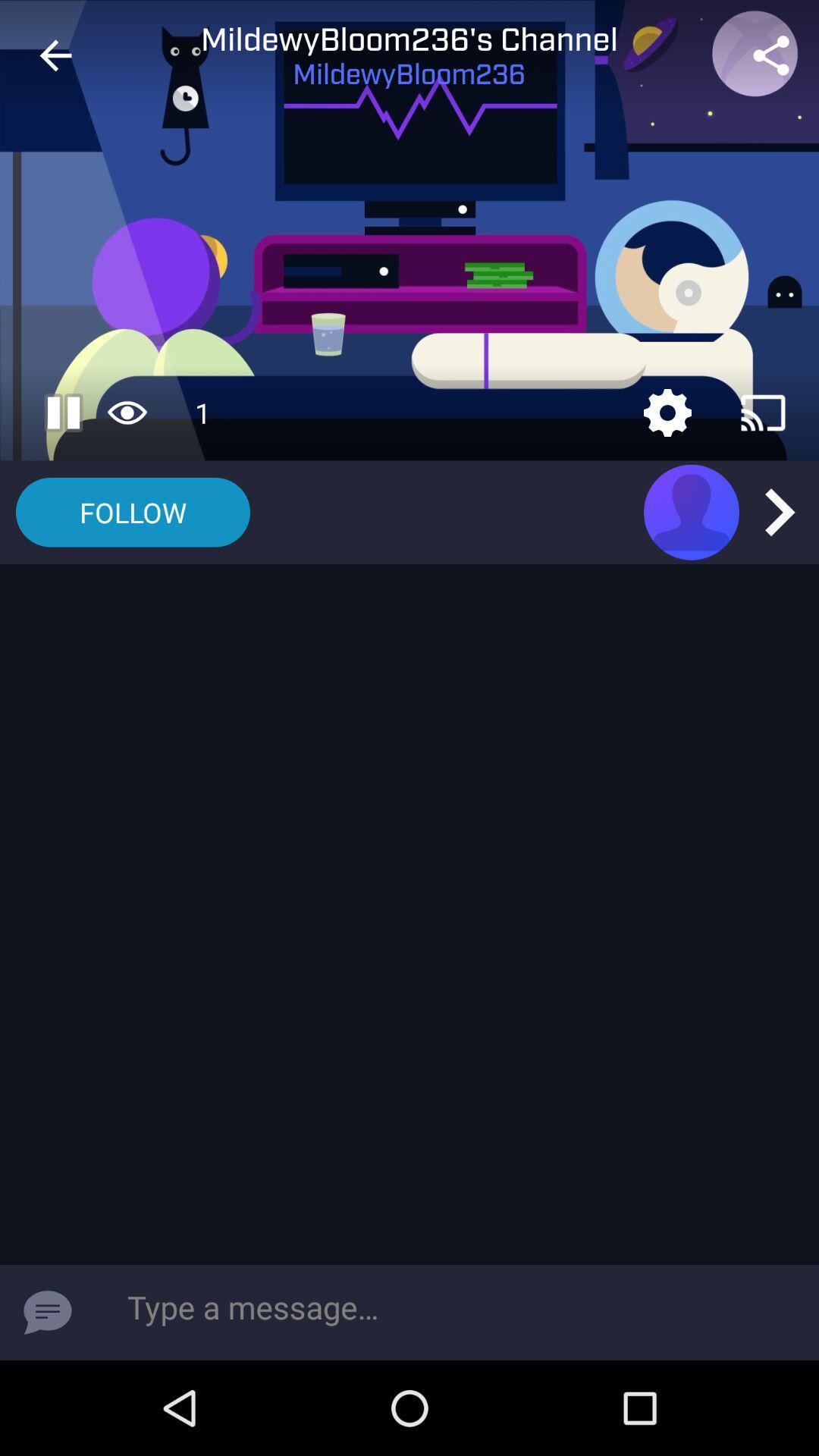 The width and height of the screenshot is (819, 1456). Describe the element at coordinates (46, 1312) in the screenshot. I see `send a message` at that location.